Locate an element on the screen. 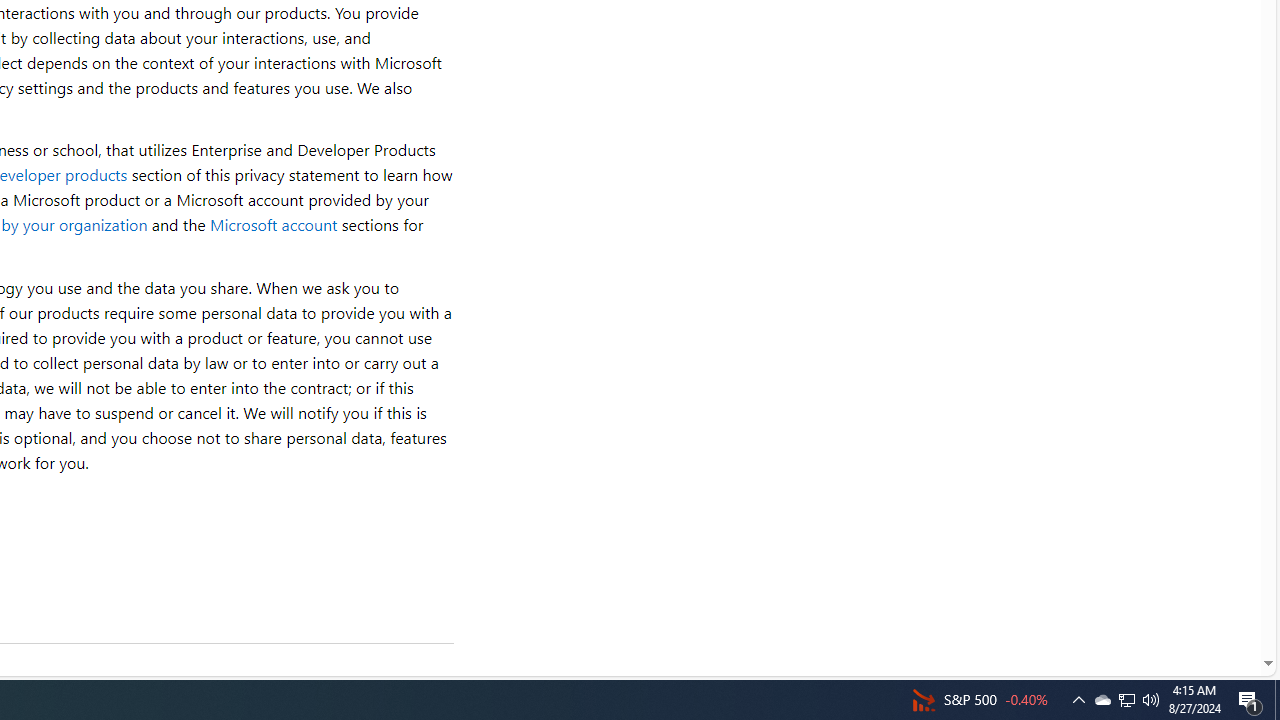 The height and width of the screenshot is (720, 1280). 'Microsoft account' is located at coordinates (272, 225).